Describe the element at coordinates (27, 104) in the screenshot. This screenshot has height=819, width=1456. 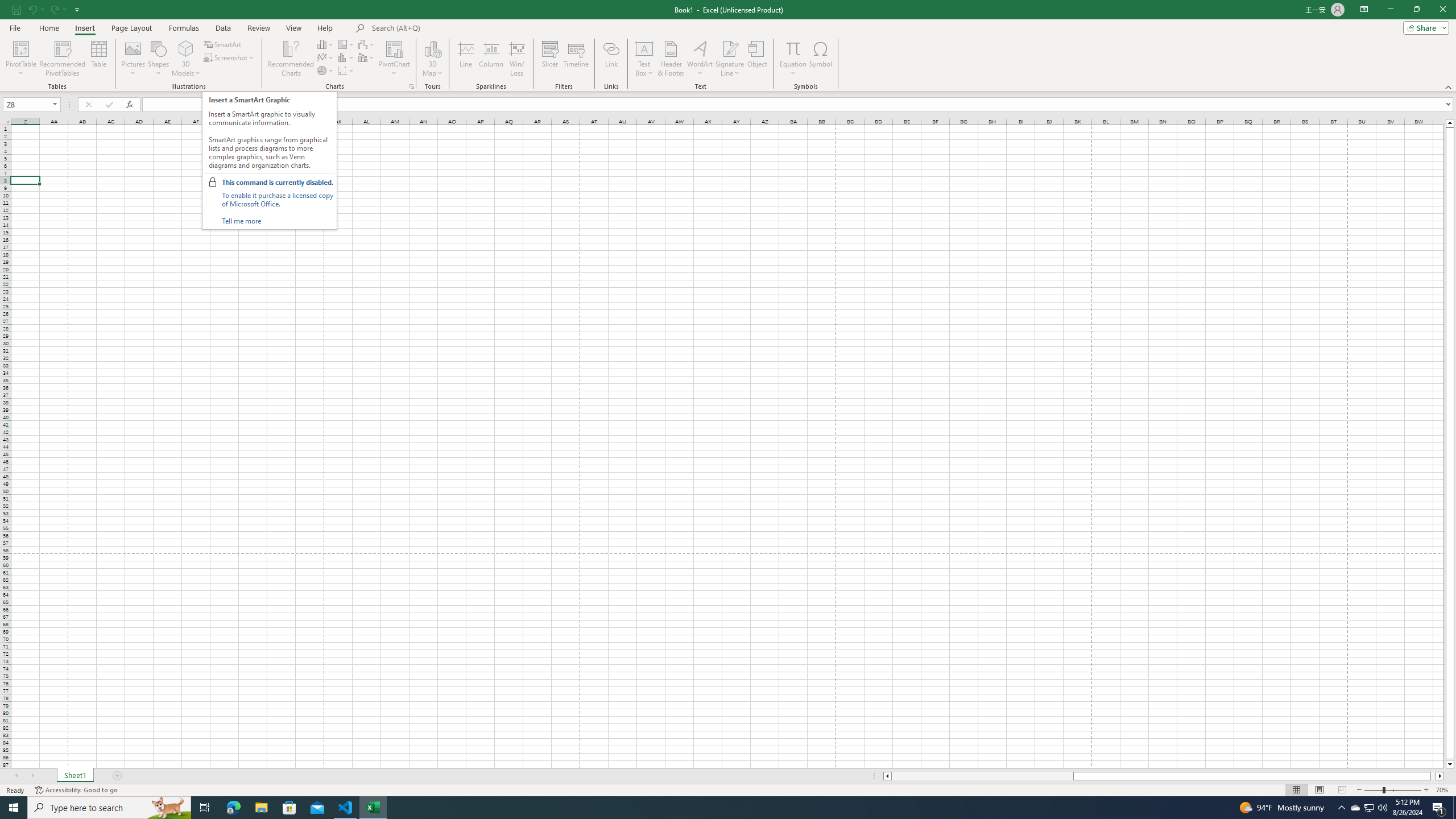
I see `'Name Box'` at that location.